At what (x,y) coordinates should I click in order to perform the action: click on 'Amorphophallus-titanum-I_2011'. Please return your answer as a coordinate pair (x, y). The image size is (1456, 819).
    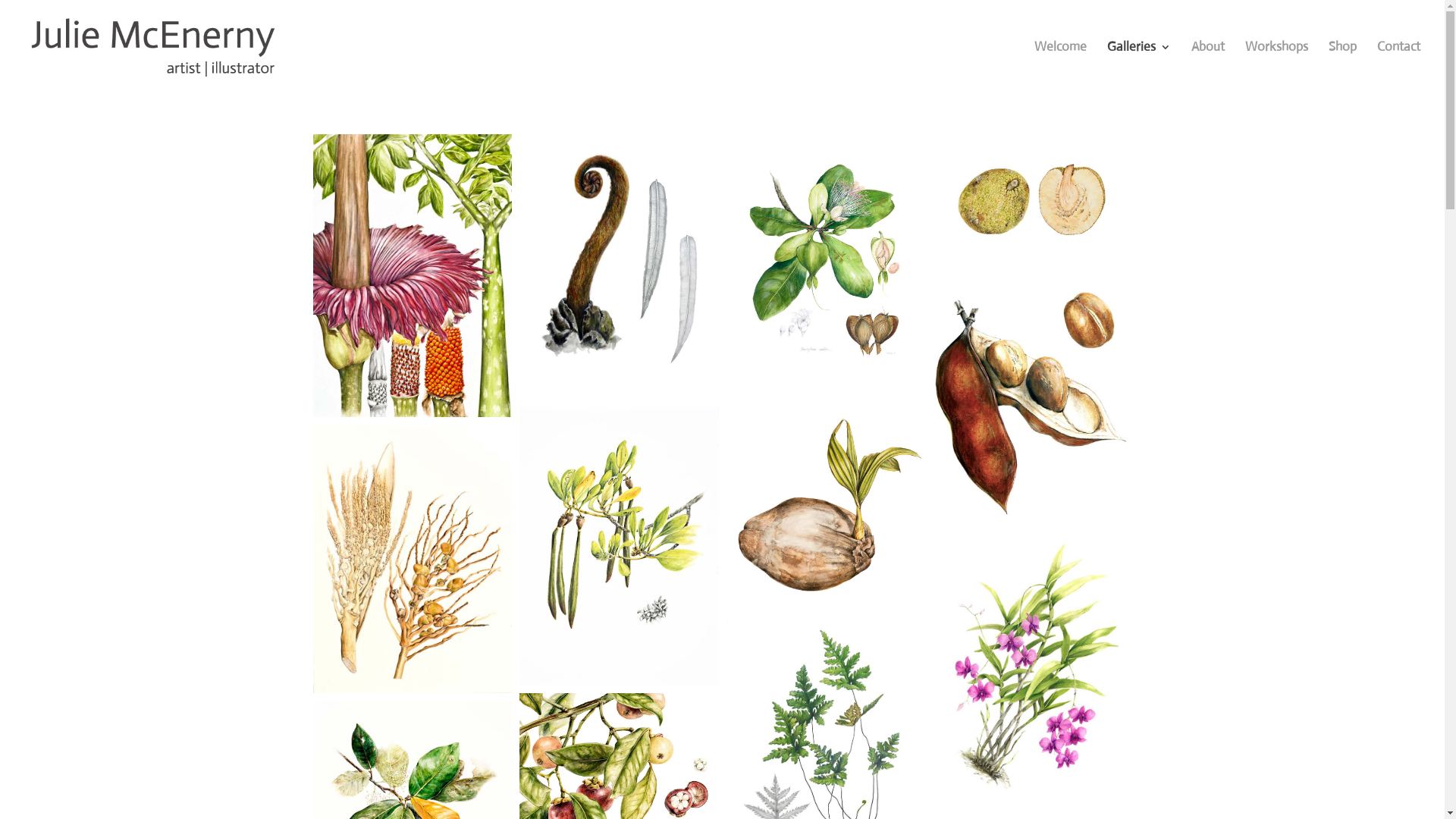
    Looking at the image, I should click on (312, 275).